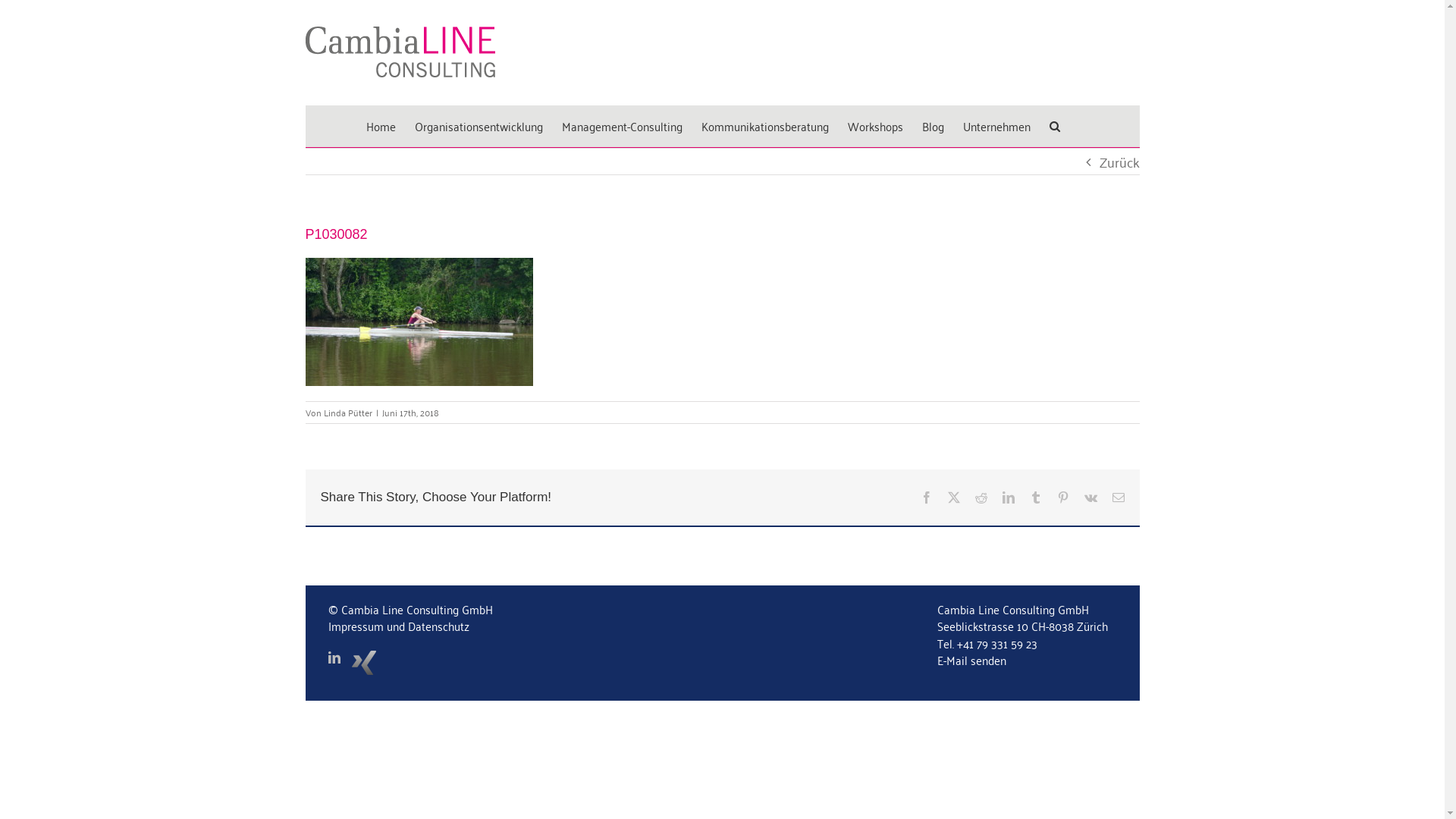  What do you see at coordinates (621, 125) in the screenshot?
I see `'Management-Consulting'` at bounding box center [621, 125].